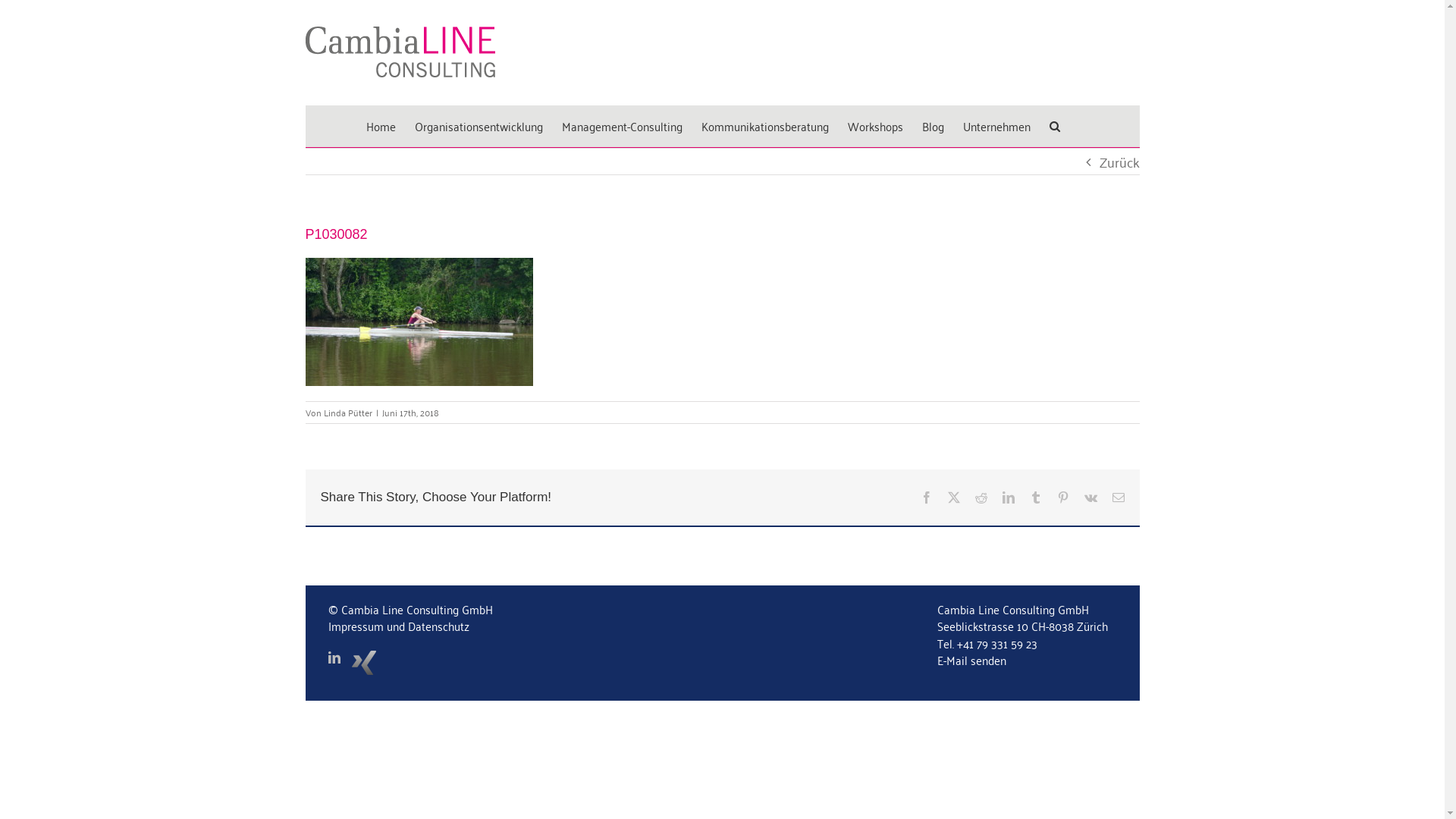  What do you see at coordinates (621, 125) in the screenshot?
I see `'Management-Consulting'` at bounding box center [621, 125].